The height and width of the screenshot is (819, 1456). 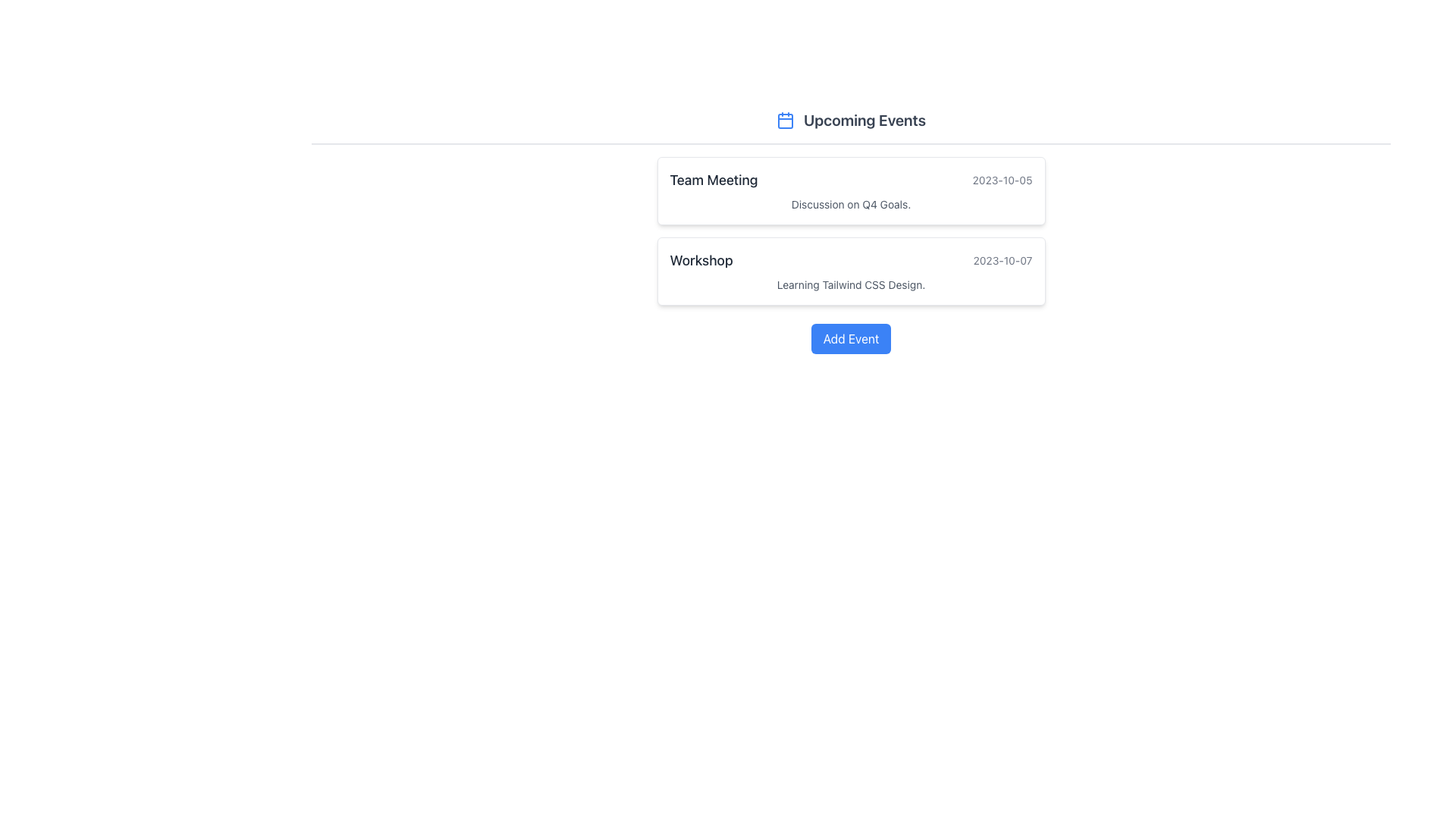 I want to click on the static text element that serves as the title for the 'Upcoming Events' section, which is located immediately to the right of a calendar icon, so click(x=864, y=119).